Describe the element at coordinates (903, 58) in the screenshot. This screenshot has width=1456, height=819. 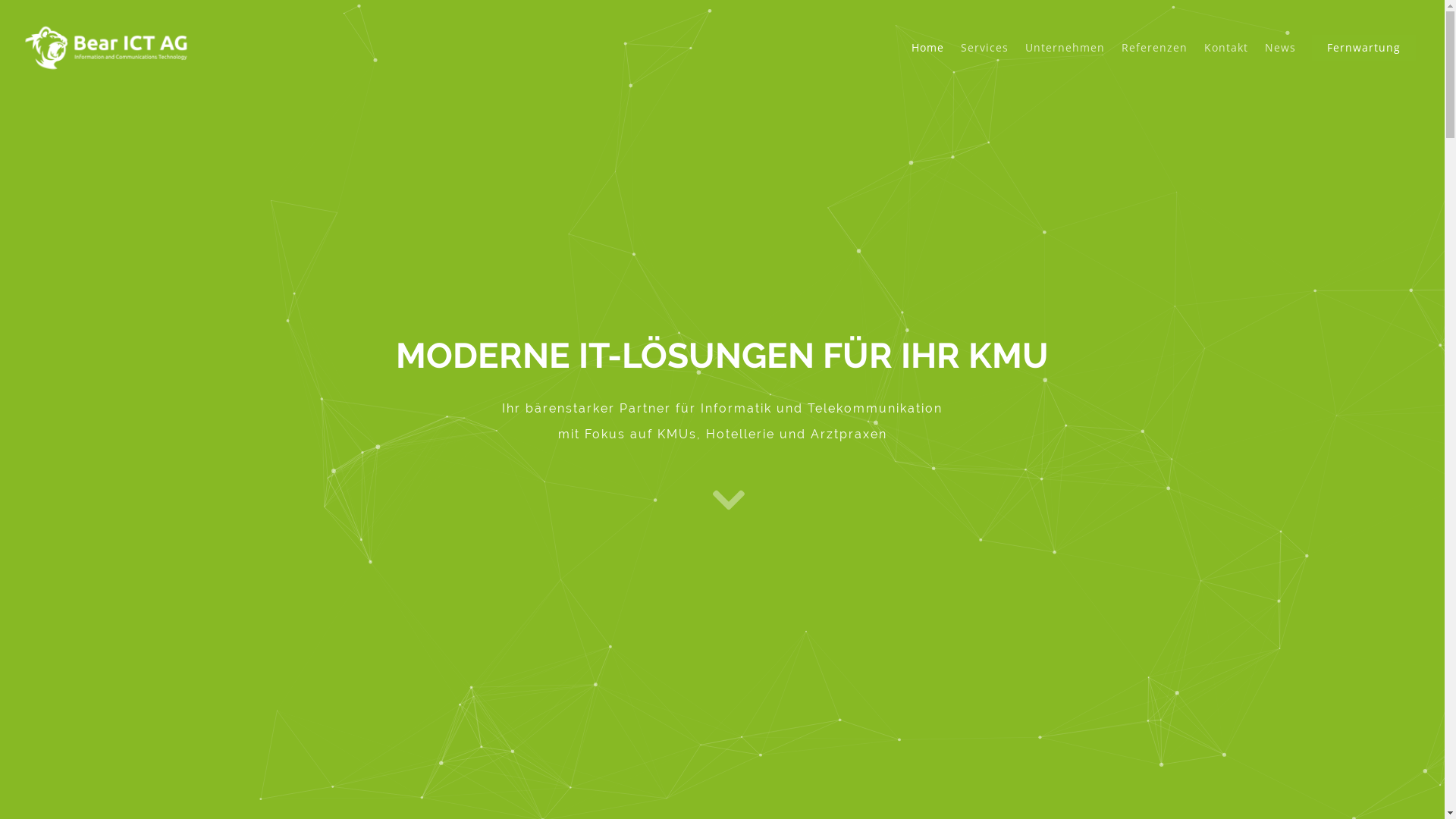
I see `'Home'` at that location.